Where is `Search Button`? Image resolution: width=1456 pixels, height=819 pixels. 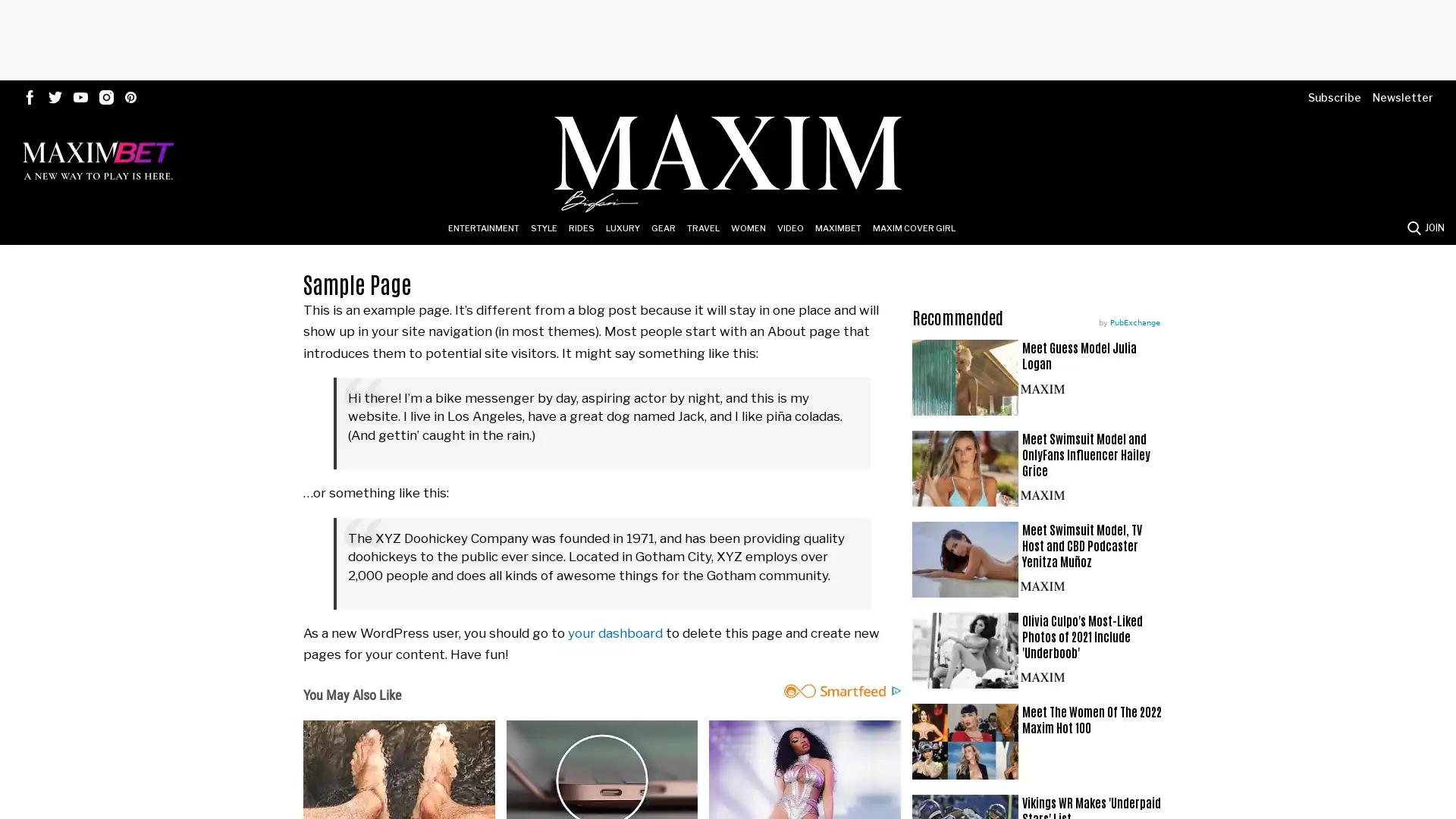 Search Button is located at coordinates (1413, 227).